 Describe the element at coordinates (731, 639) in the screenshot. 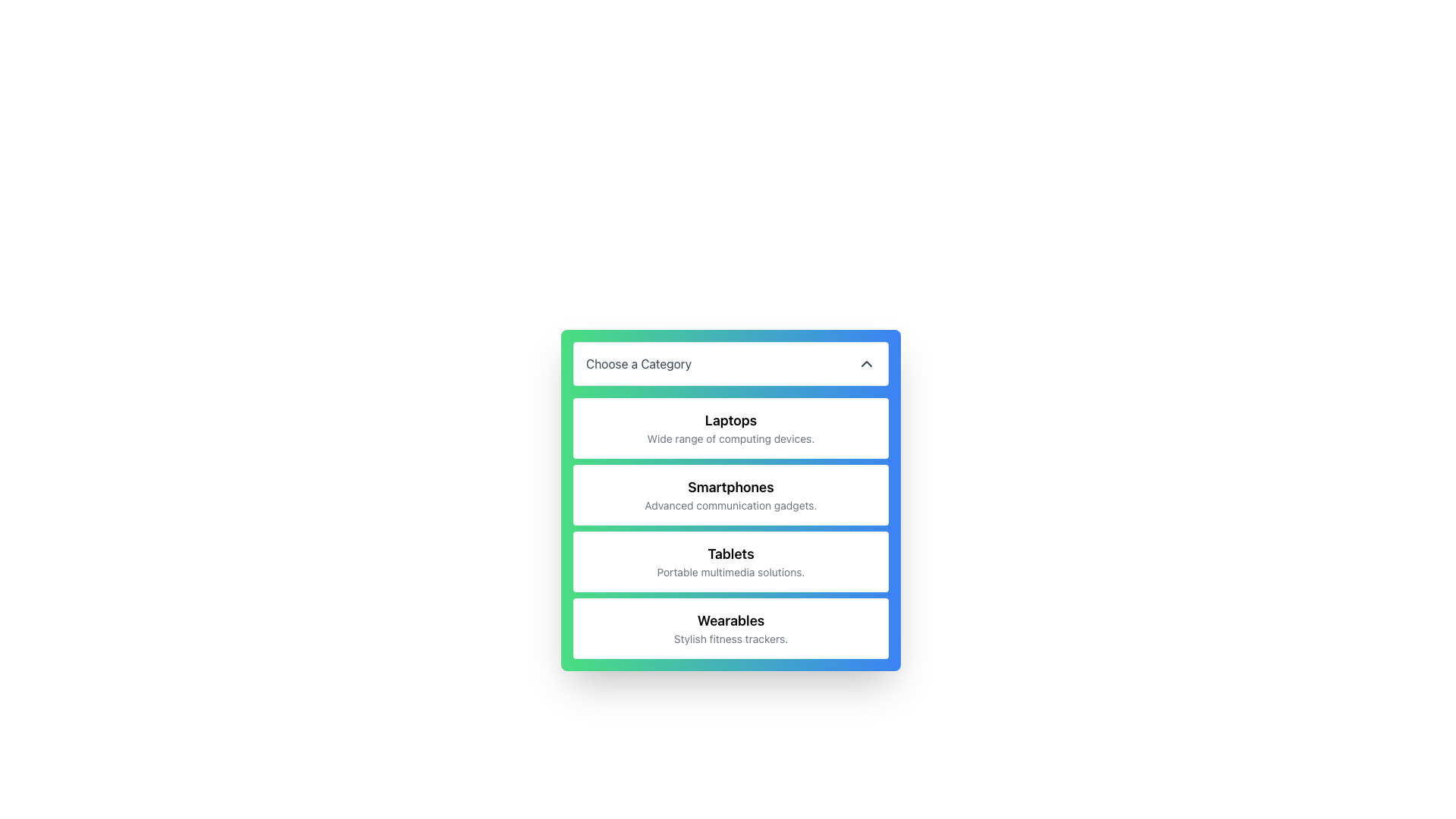

I see `the text label 'Stylish fitness trackers.' which is styled in a small gray sans-serif font, located below the bold 'Wearables' title` at that location.